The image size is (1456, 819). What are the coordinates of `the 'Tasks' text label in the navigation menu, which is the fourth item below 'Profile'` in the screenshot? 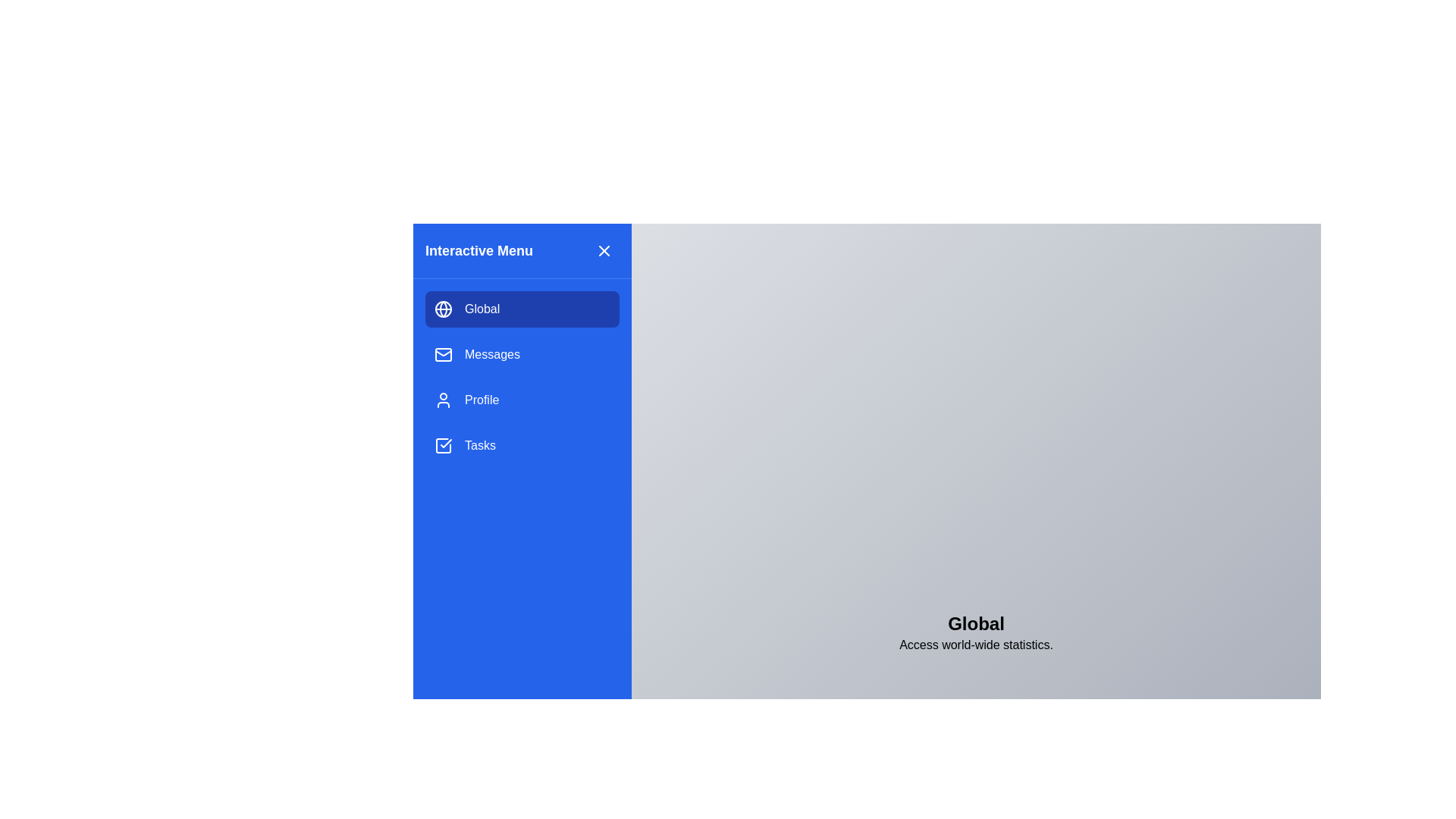 It's located at (479, 444).